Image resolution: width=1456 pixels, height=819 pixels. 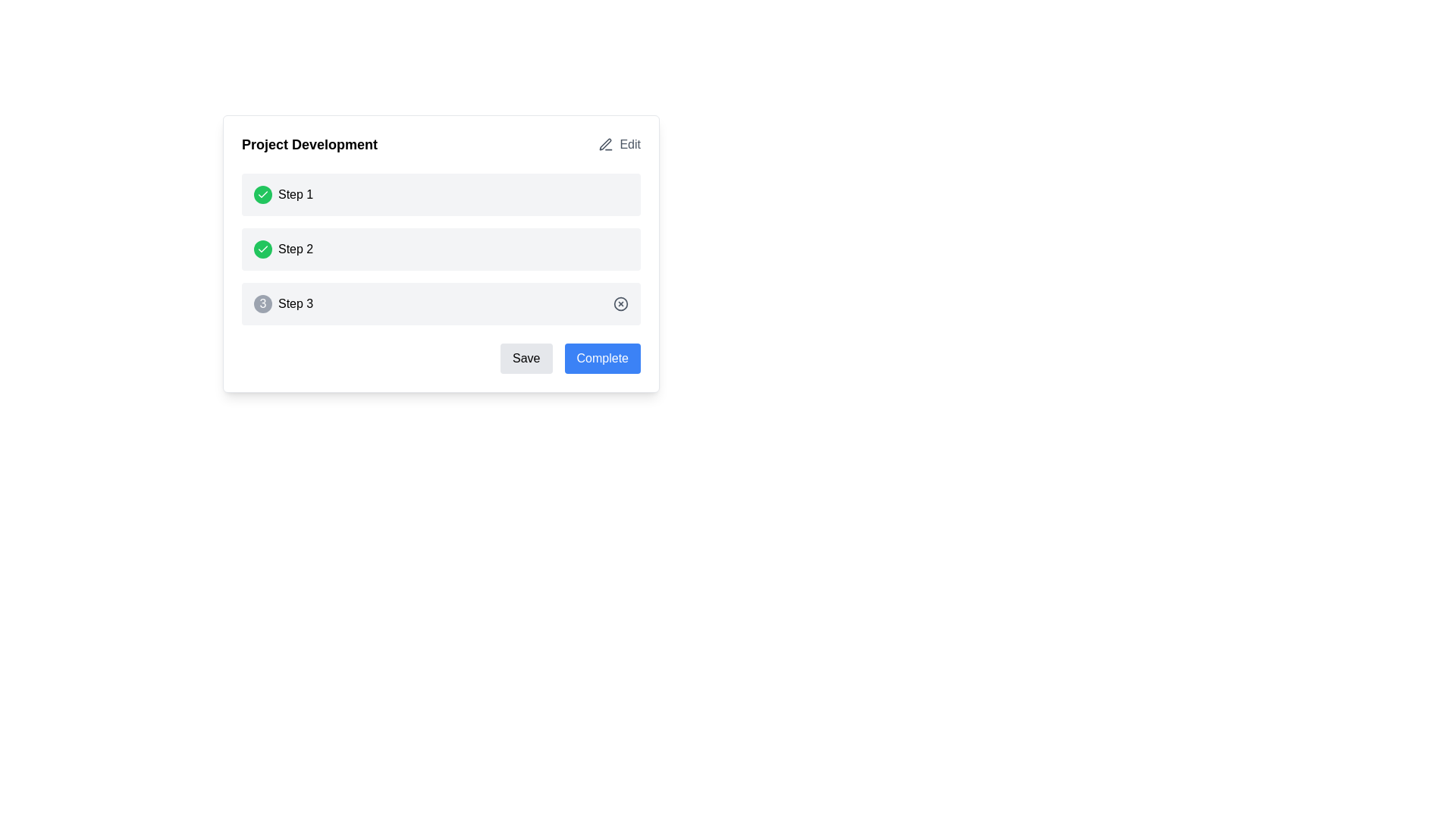 I want to click on the third step indicator in the vertical sequence of step indicators located on the left side of the interface, so click(x=284, y=304).